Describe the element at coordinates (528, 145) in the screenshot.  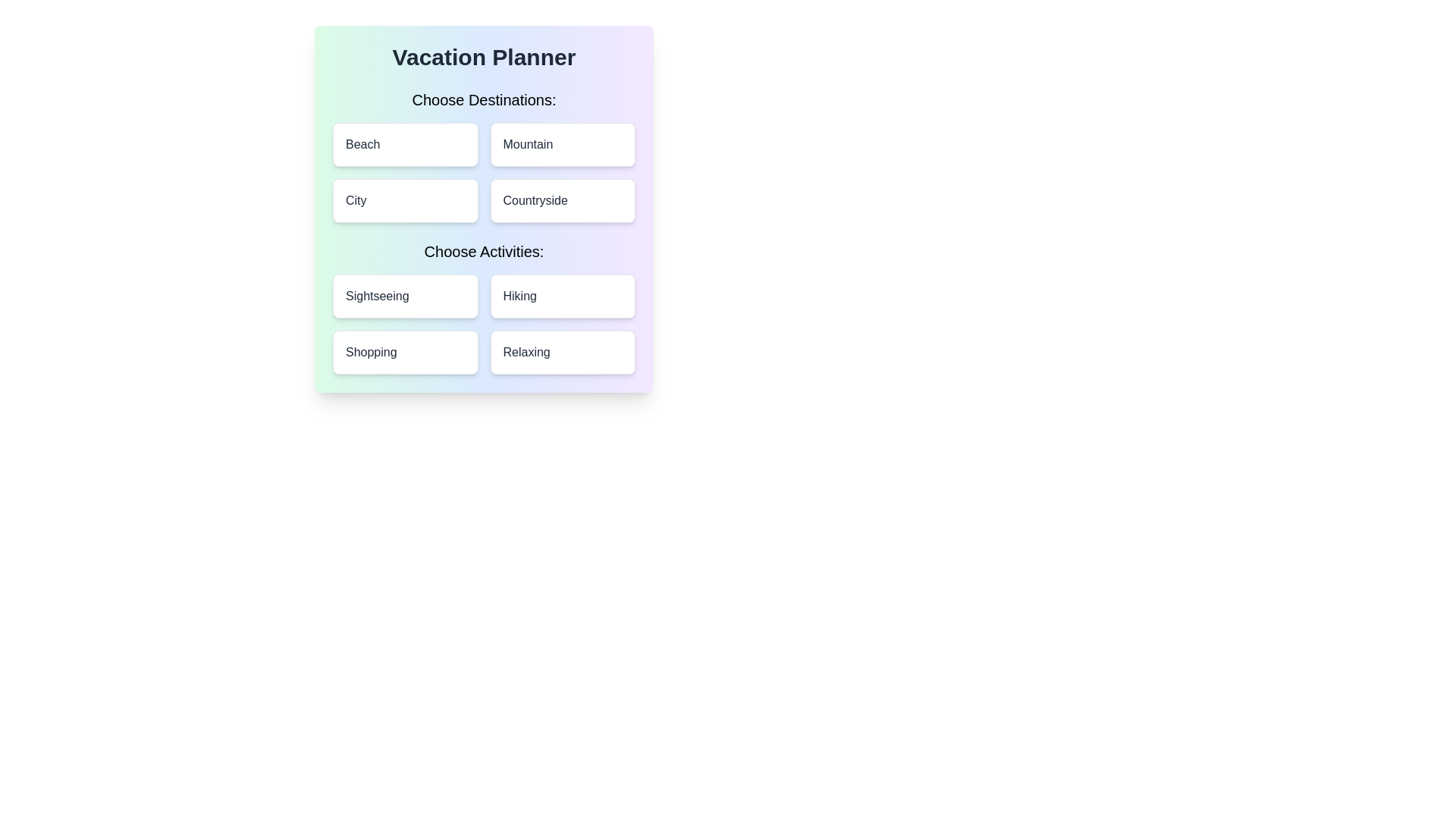
I see `text displayed on the 'Mountain' text label within the interactive card in the 'Choose Destinations' section` at that location.